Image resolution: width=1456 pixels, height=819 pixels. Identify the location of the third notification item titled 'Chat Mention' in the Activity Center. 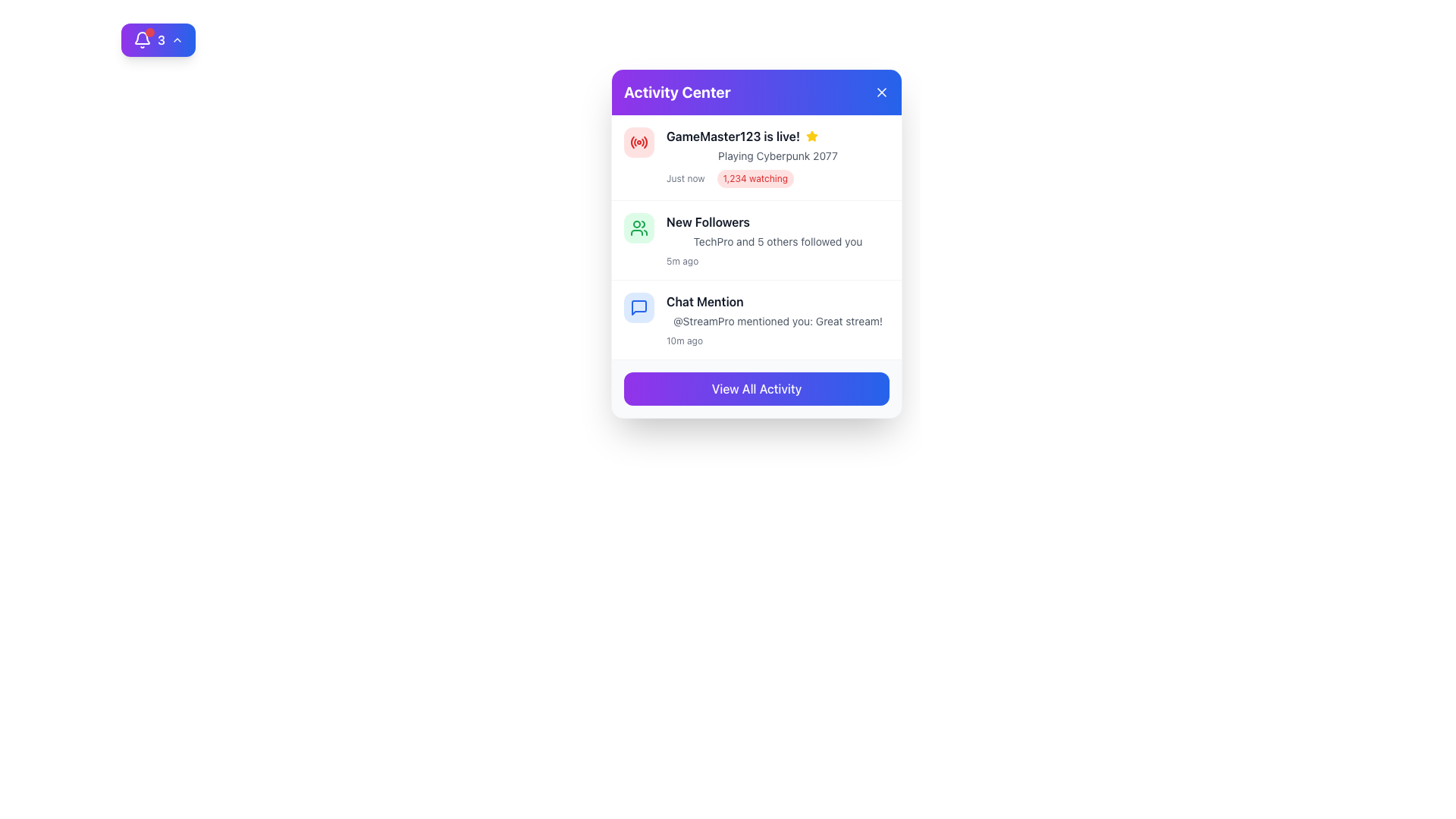
(778, 318).